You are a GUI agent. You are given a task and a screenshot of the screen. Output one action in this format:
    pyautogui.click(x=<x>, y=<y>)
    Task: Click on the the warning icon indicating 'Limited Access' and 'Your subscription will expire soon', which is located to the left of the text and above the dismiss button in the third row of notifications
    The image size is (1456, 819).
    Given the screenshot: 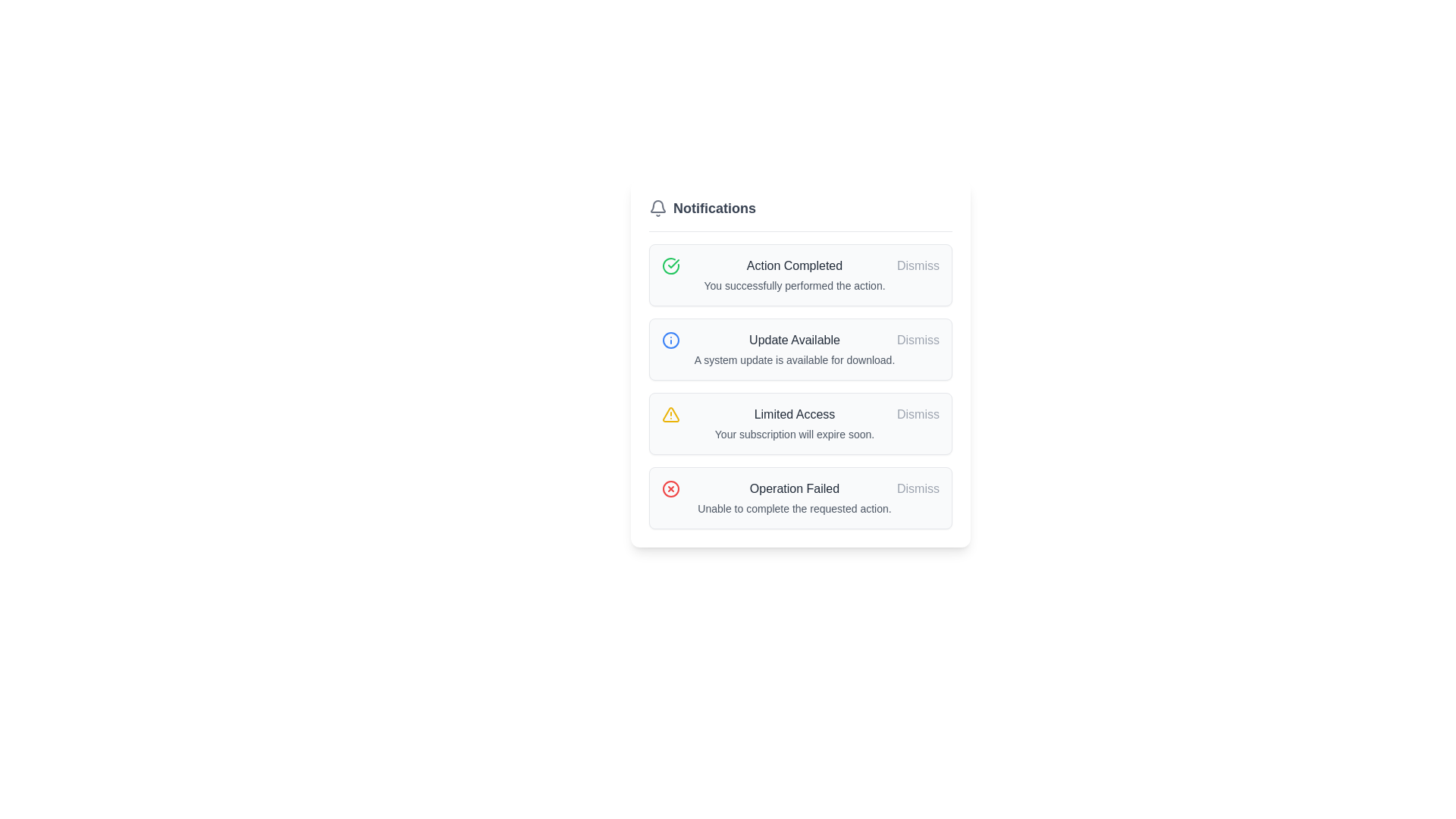 What is the action you would take?
    pyautogui.click(x=670, y=415)
    